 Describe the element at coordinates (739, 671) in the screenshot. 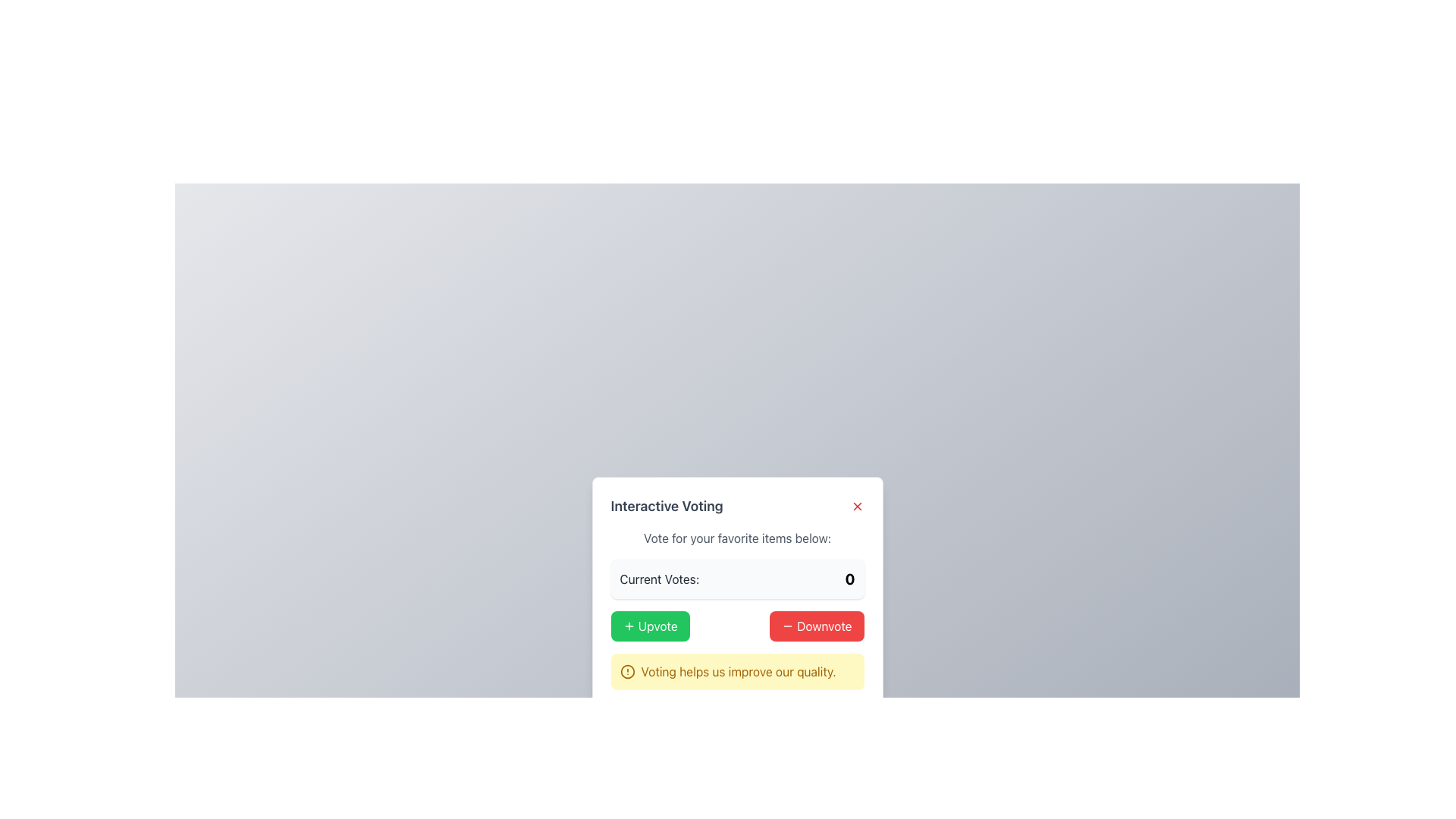

I see `the text label providing an encouraging message about the utility of voting, located in a rounded yellow box at the bottom of the voting interface` at that location.